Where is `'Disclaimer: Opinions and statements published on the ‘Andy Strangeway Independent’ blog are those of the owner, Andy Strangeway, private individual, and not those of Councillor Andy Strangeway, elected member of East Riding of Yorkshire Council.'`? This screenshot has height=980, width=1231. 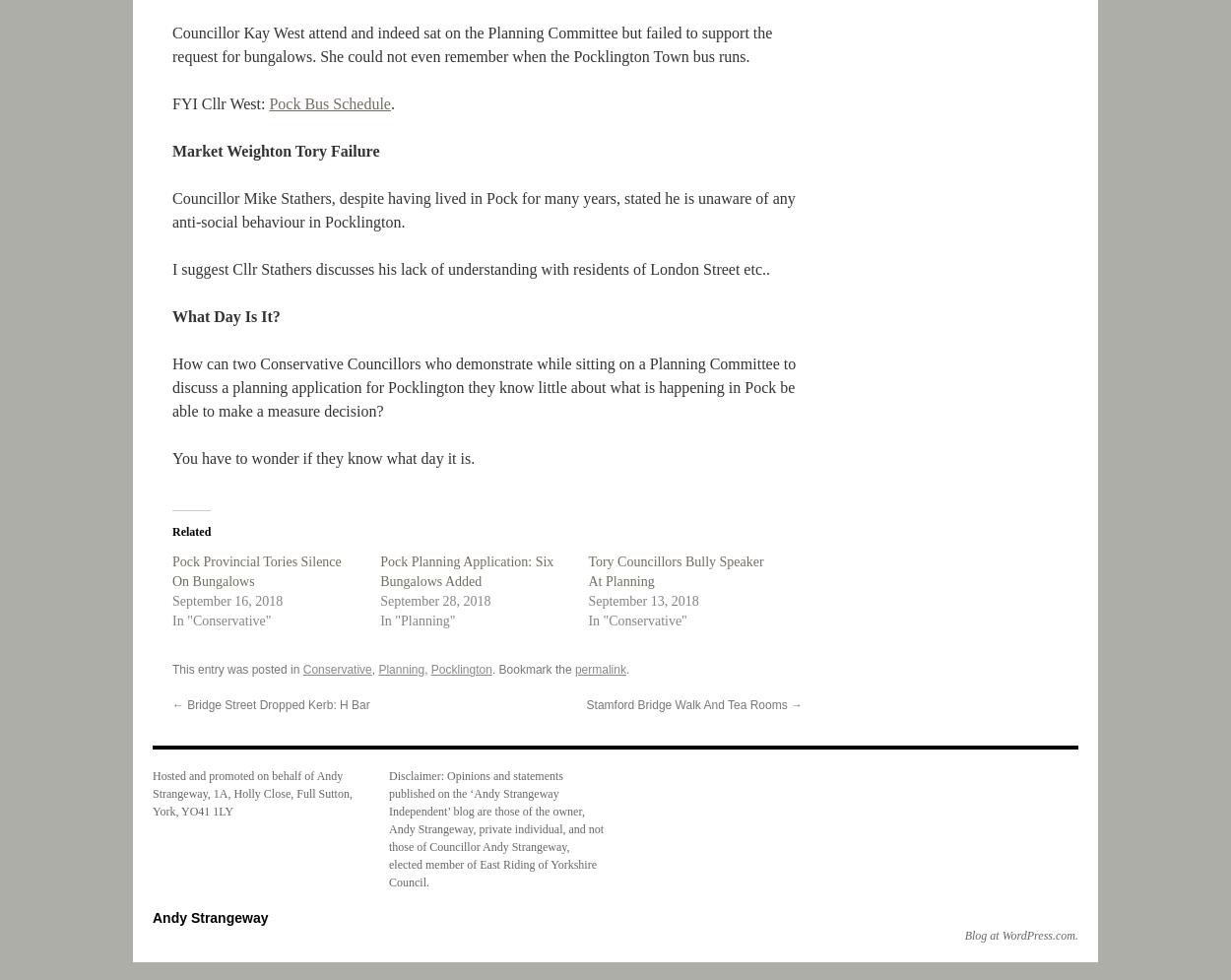 'Disclaimer: Opinions and statements published on the ‘Andy Strangeway Independent’ blog are those of the owner, Andy Strangeway, private individual, and not those of Councillor Andy Strangeway, elected member of East Riding of Yorkshire Council.' is located at coordinates (496, 827).